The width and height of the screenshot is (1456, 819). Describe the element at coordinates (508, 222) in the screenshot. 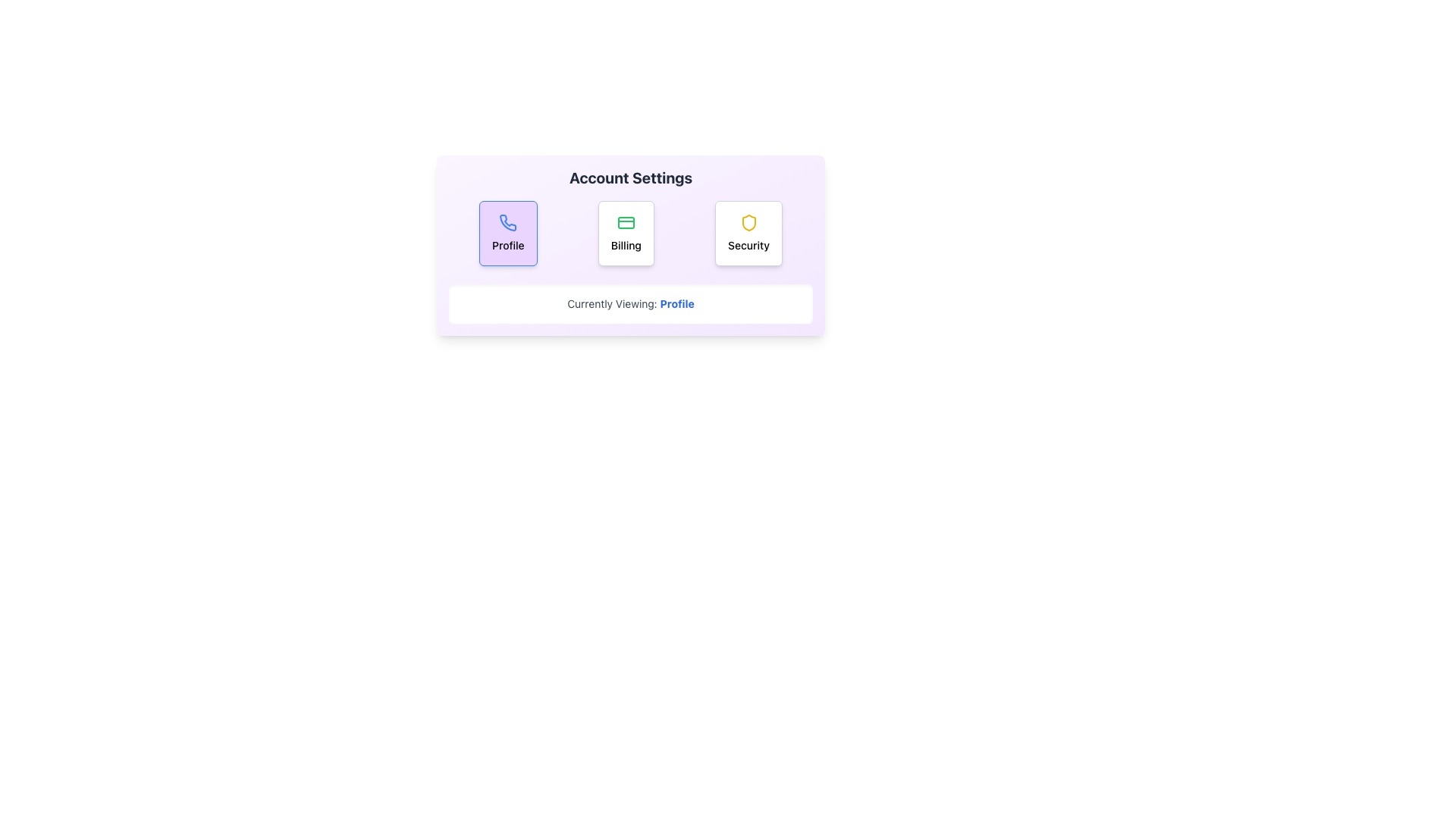

I see `the telephone icon located in the first card of the 'Profile' section, which provides contact-related functionality` at that location.